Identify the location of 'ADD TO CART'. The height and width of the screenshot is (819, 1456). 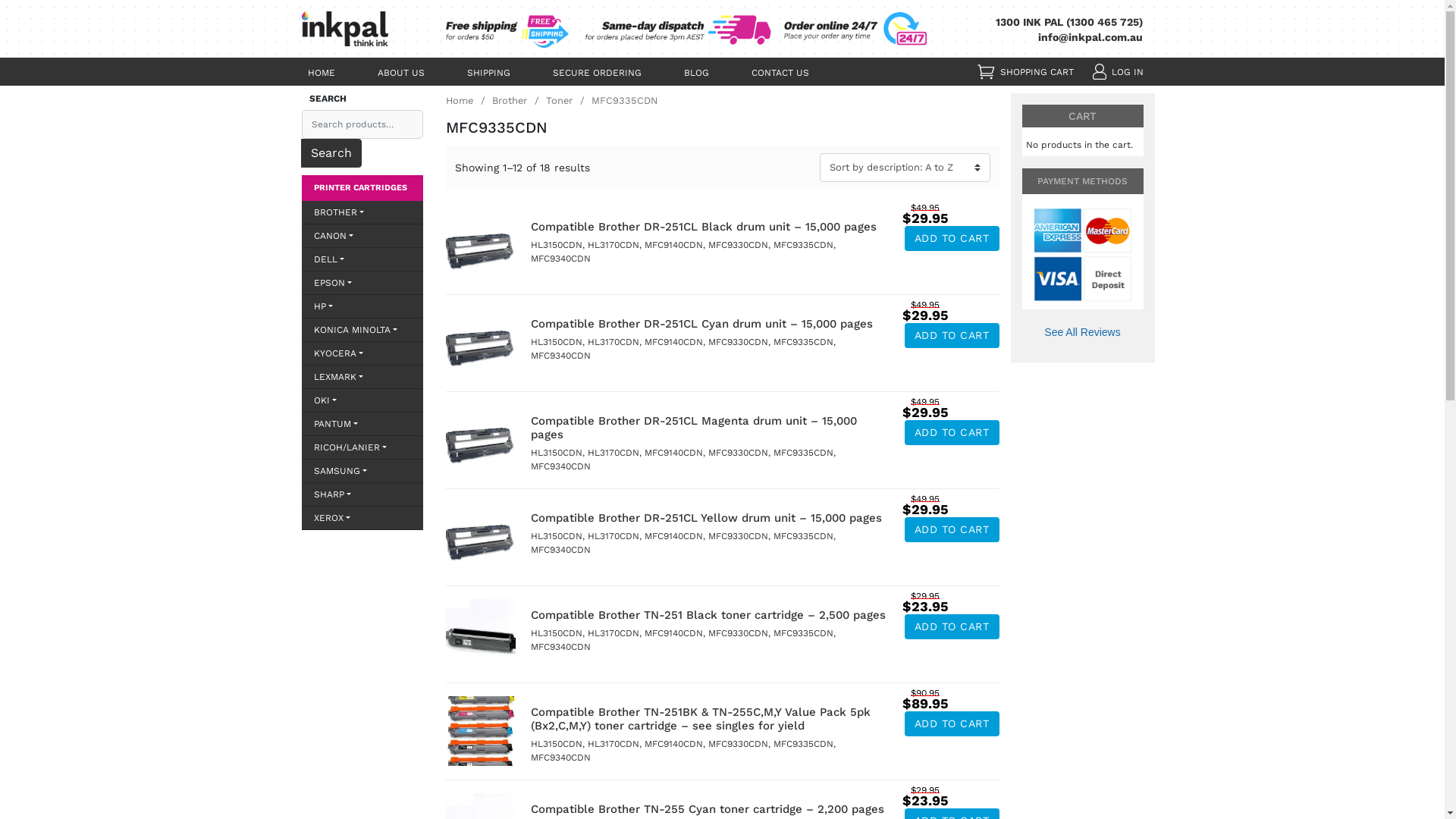
(950, 626).